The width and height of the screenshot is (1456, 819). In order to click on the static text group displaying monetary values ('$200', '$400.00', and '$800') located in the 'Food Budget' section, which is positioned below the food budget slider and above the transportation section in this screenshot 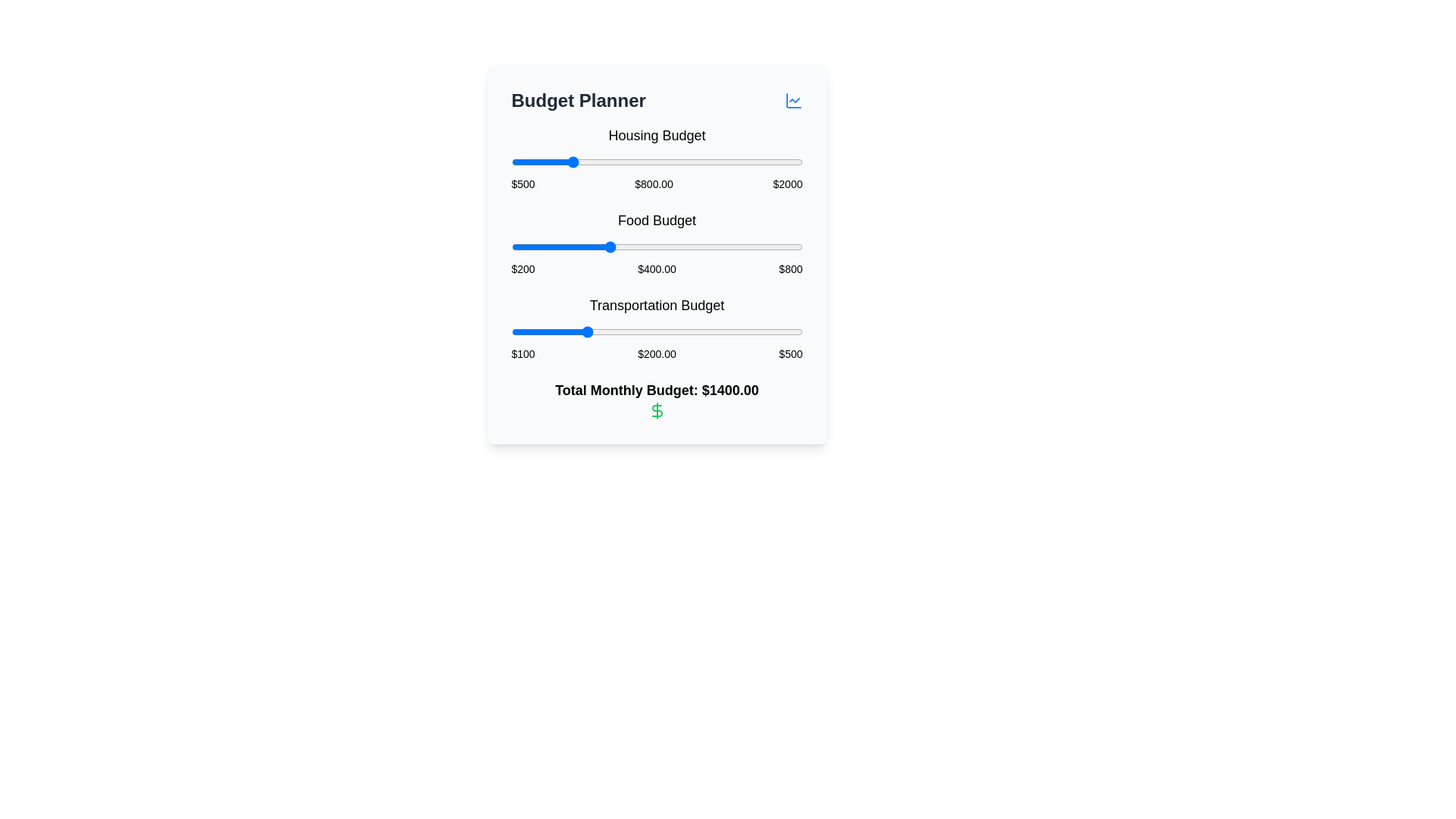, I will do `click(657, 268)`.